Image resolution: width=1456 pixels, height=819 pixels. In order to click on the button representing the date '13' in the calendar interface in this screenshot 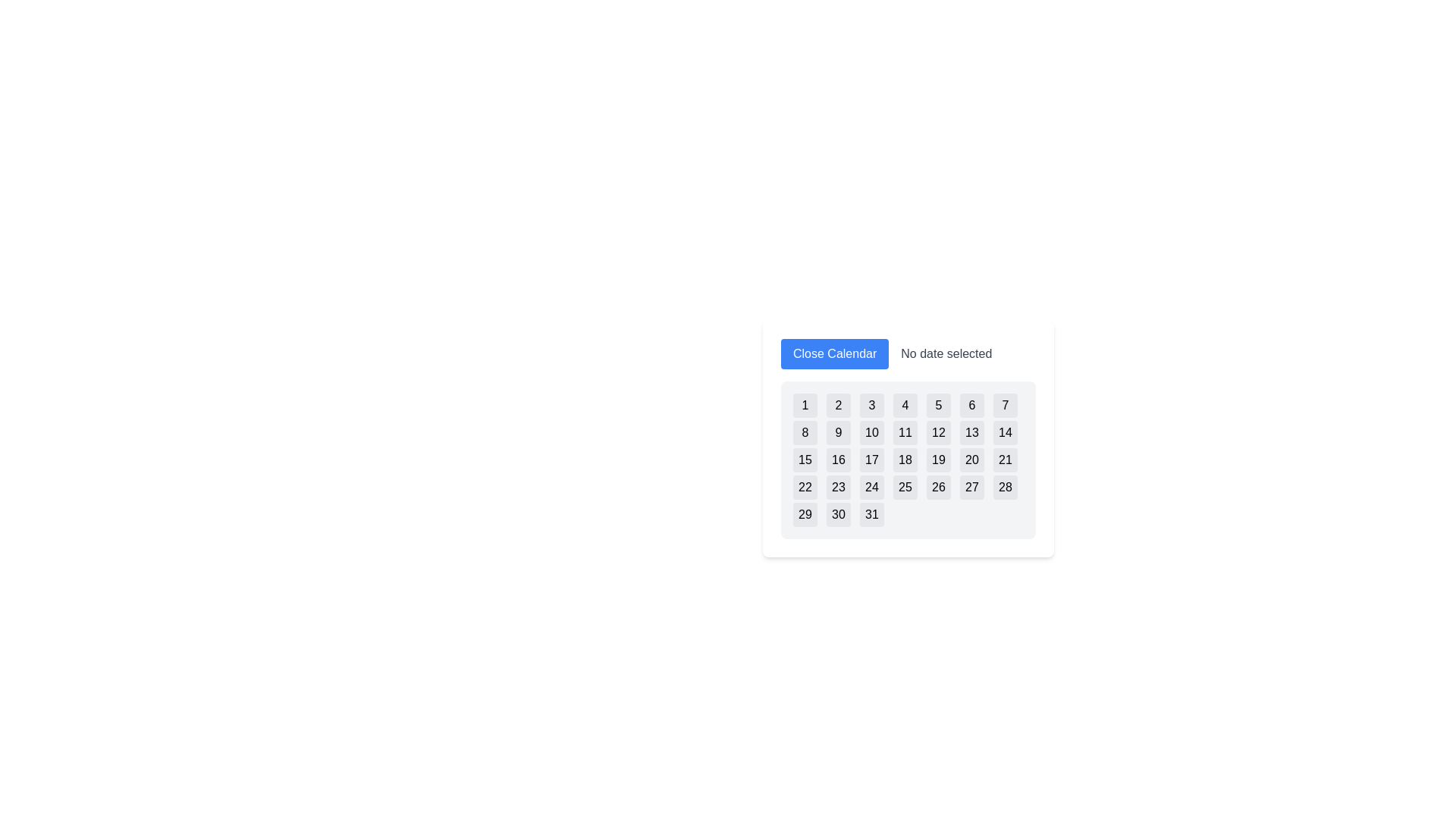, I will do `click(971, 432)`.